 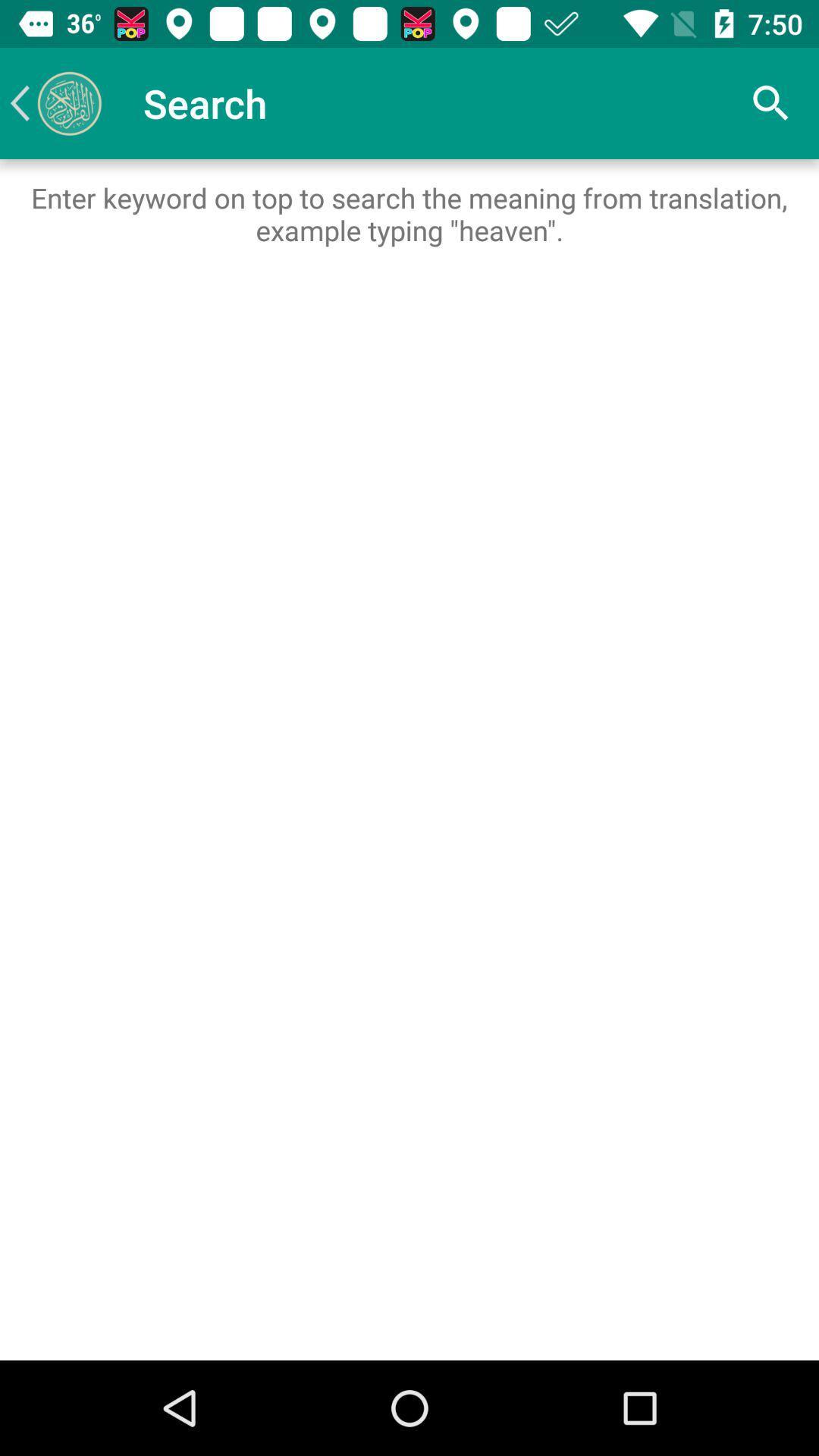 I want to click on icon to the left of search icon, so click(x=55, y=102).